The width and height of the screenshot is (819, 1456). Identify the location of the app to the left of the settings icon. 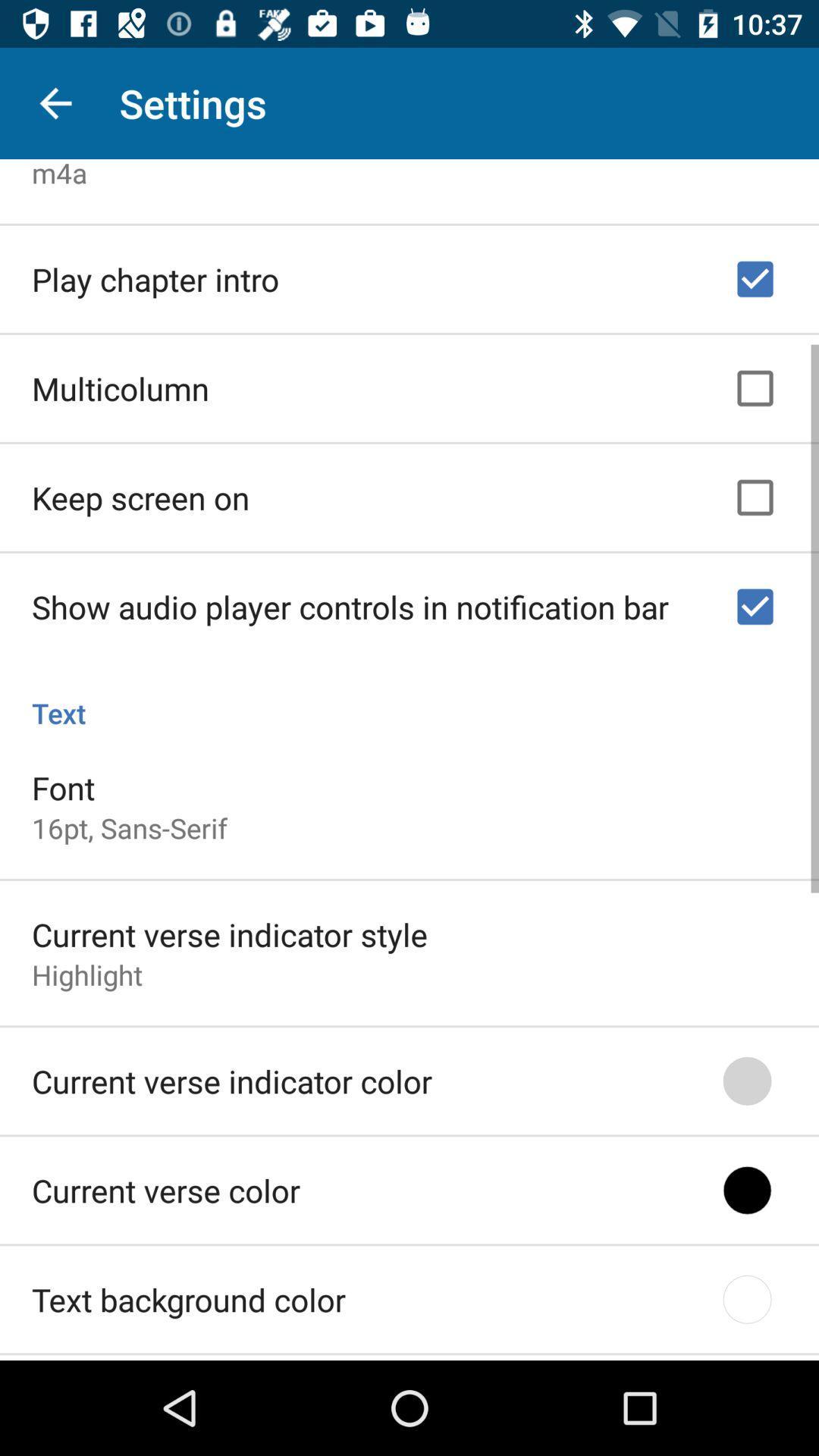
(55, 102).